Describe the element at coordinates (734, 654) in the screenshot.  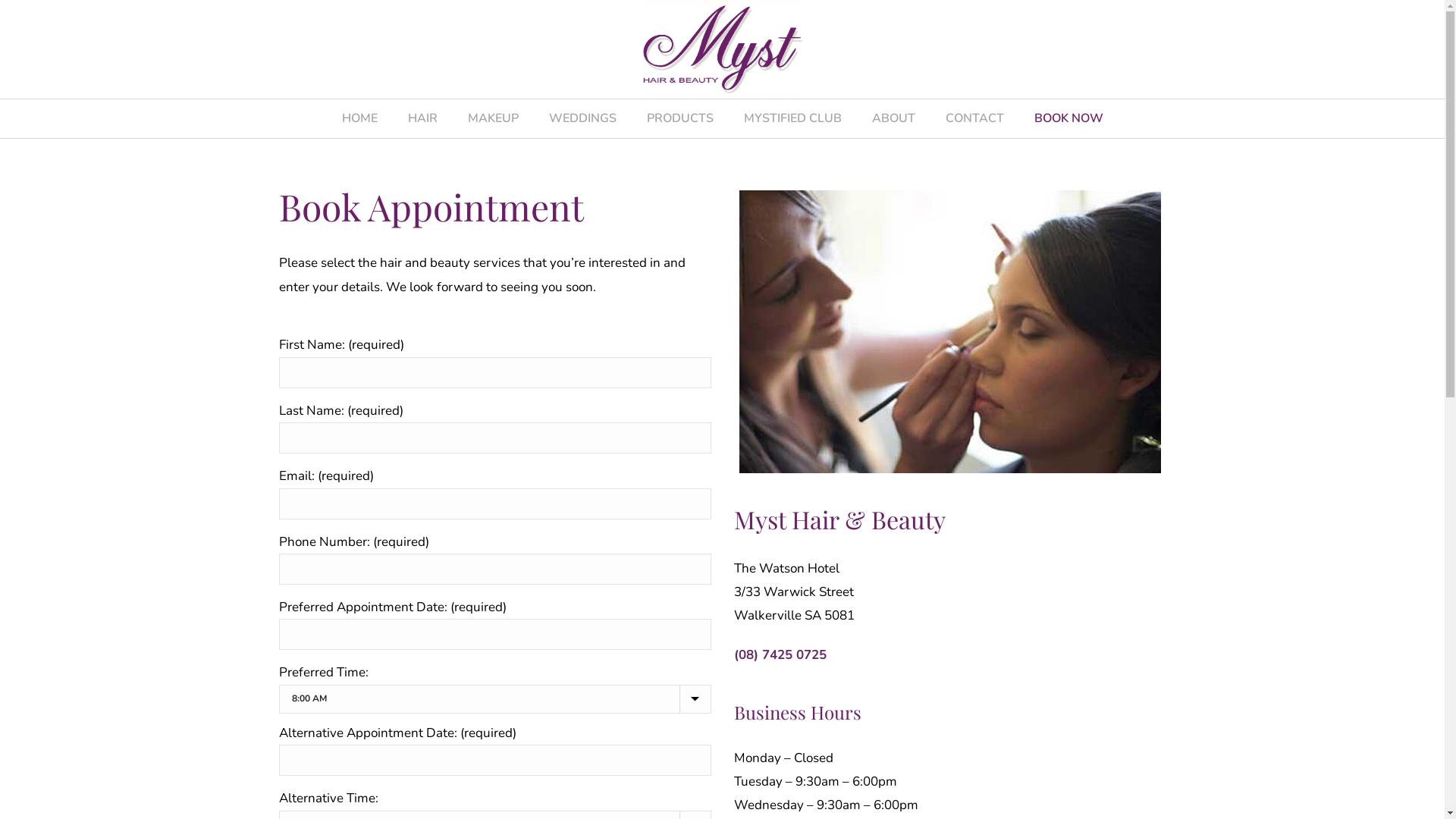
I see `'(08) 7425 0725'` at that location.